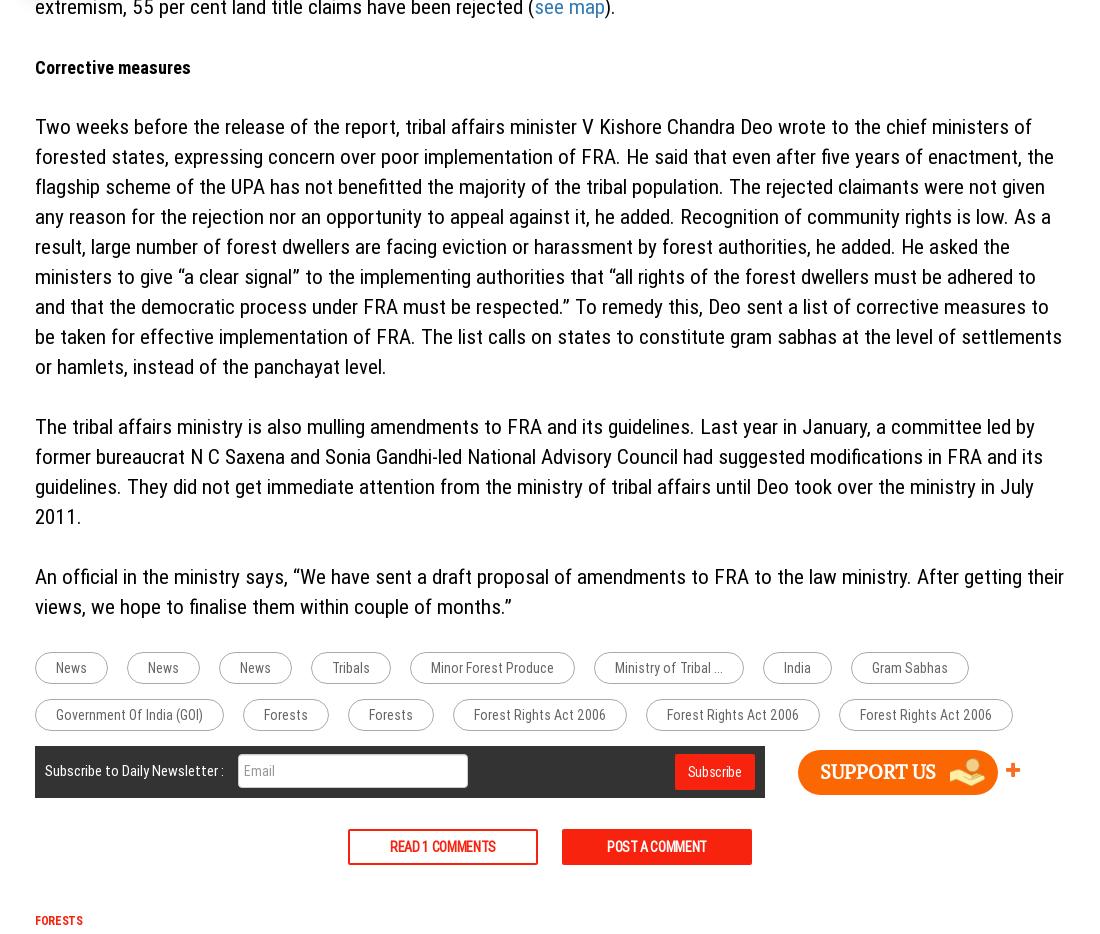 This screenshot has height=934, width=1100. What do you see at coordinates (797, 666) in the screenshot?
I see `'India'` at bounding box center [797, 666].